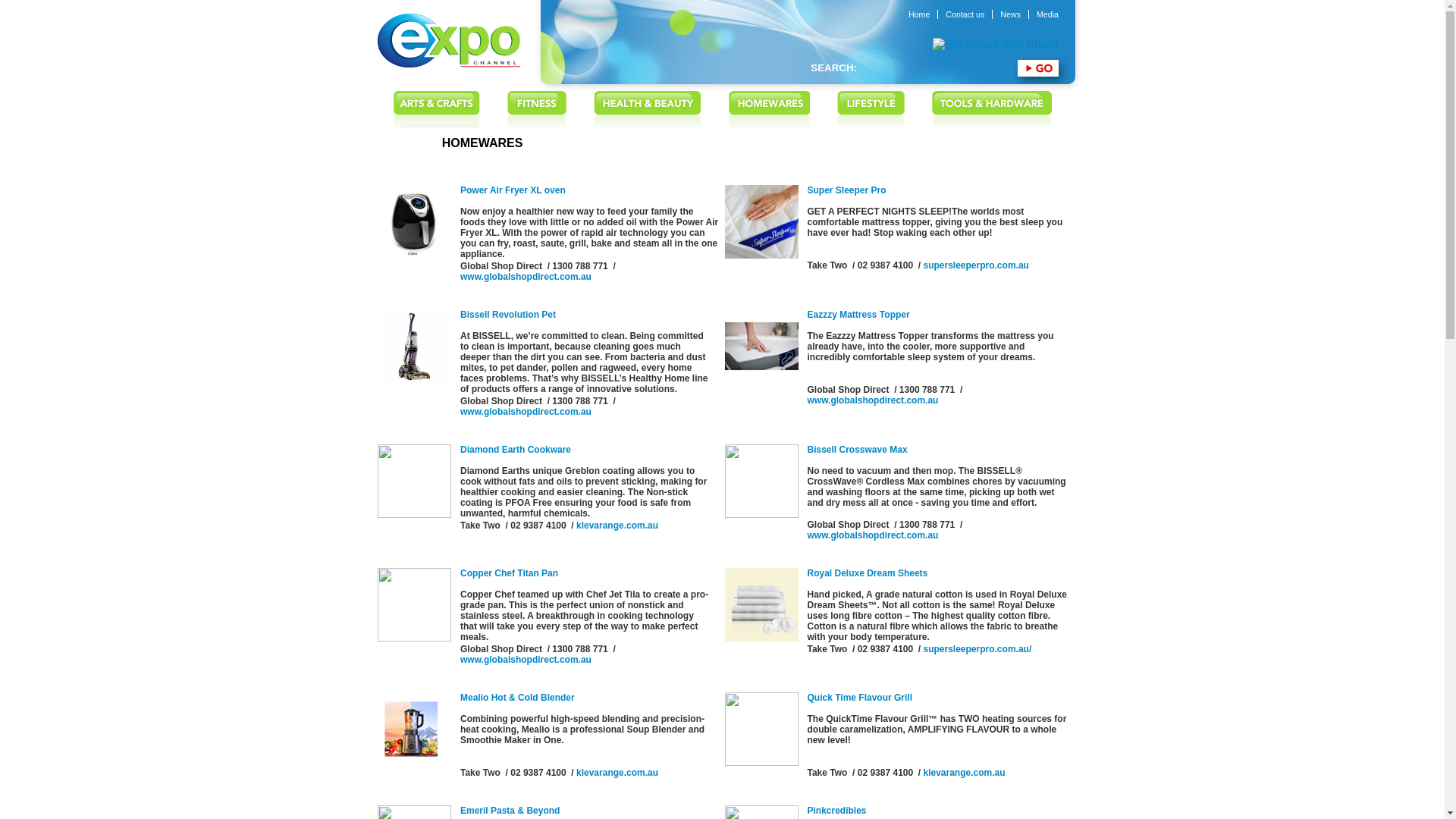  What do you see at coordinates (516, 449) in the screenshot?
I see `'Diamond Earth Cookware'` at bounding box center [516, 449].